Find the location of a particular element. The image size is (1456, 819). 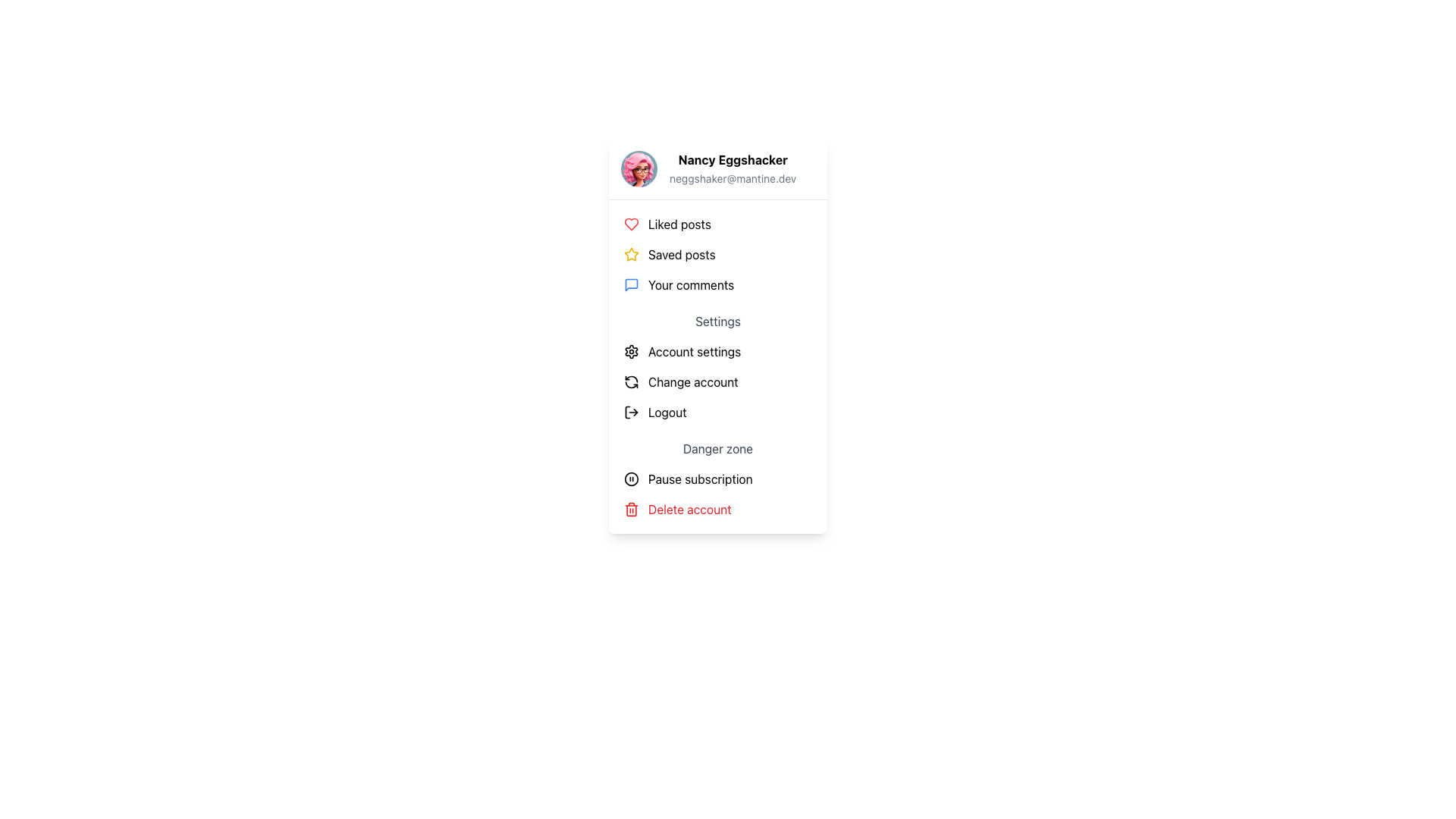

the third interactive menu list item which is located between 'Saved posts' and 'Settings' is located at coordinates (717, 284).